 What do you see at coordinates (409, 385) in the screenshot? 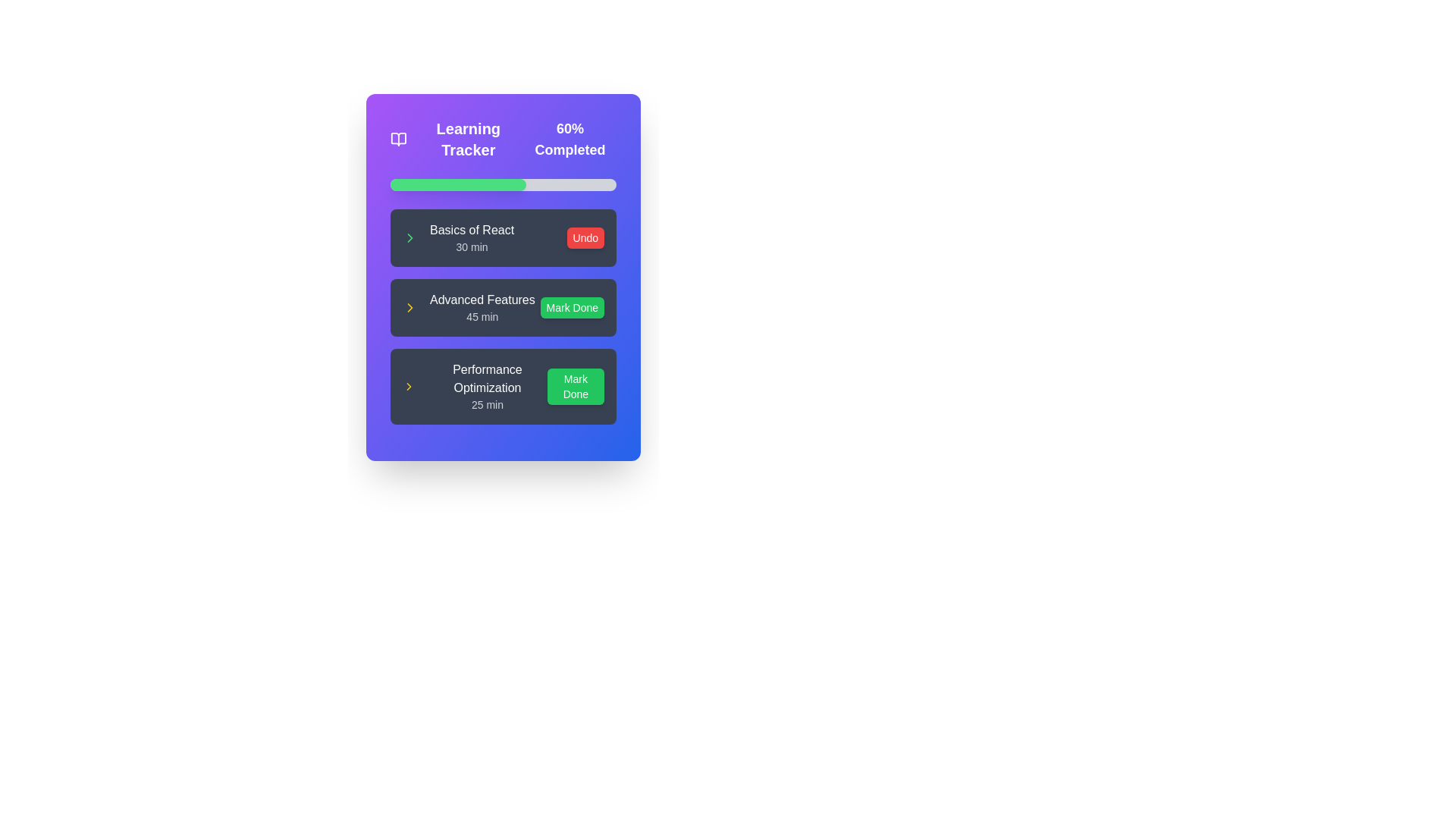
I see `the Chevron-right indicator icon next to the 'Advanced Features' list item` at bounding box center [409, 385].